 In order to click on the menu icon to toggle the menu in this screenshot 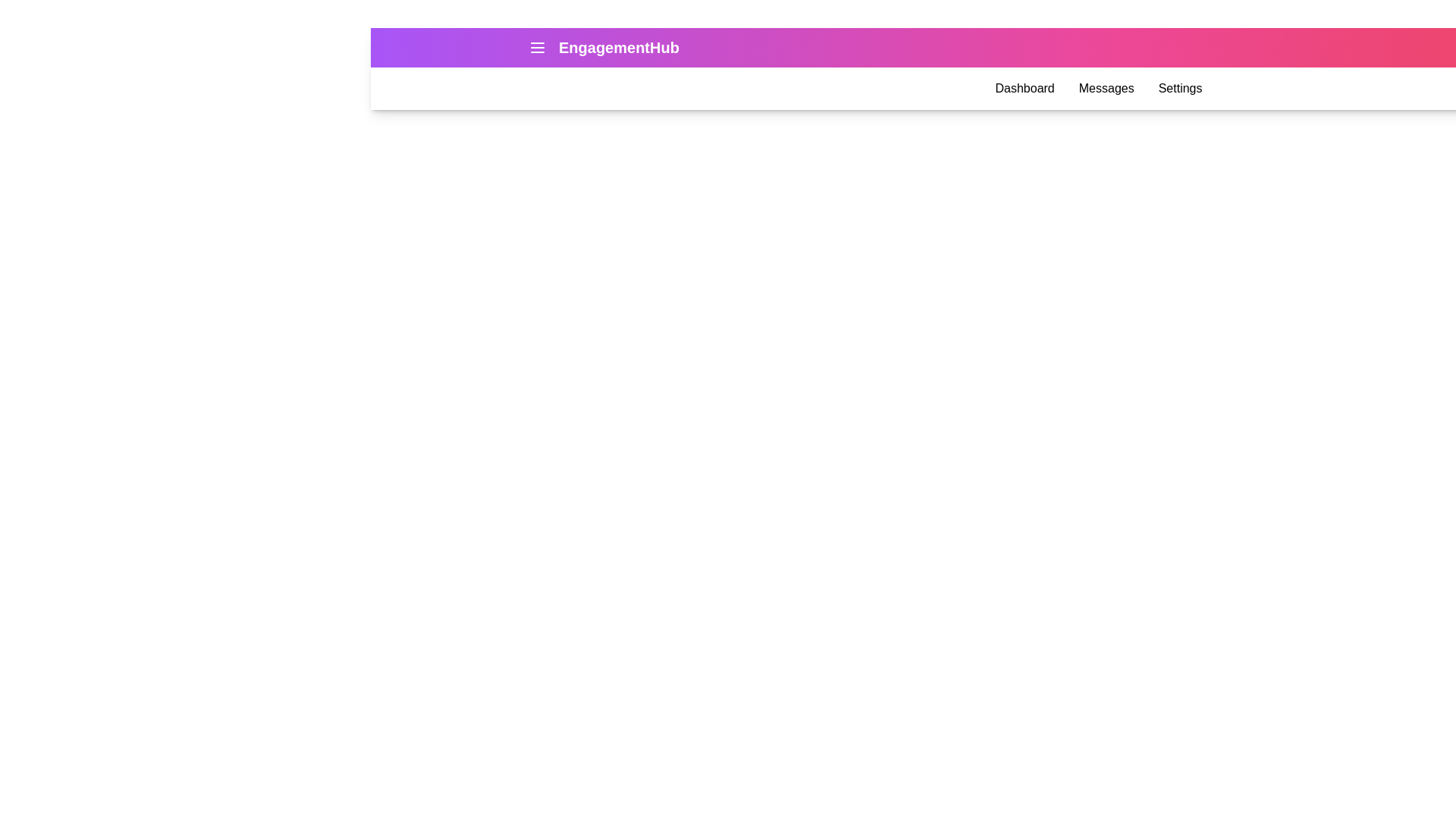, I will do `click(538, 46)`.